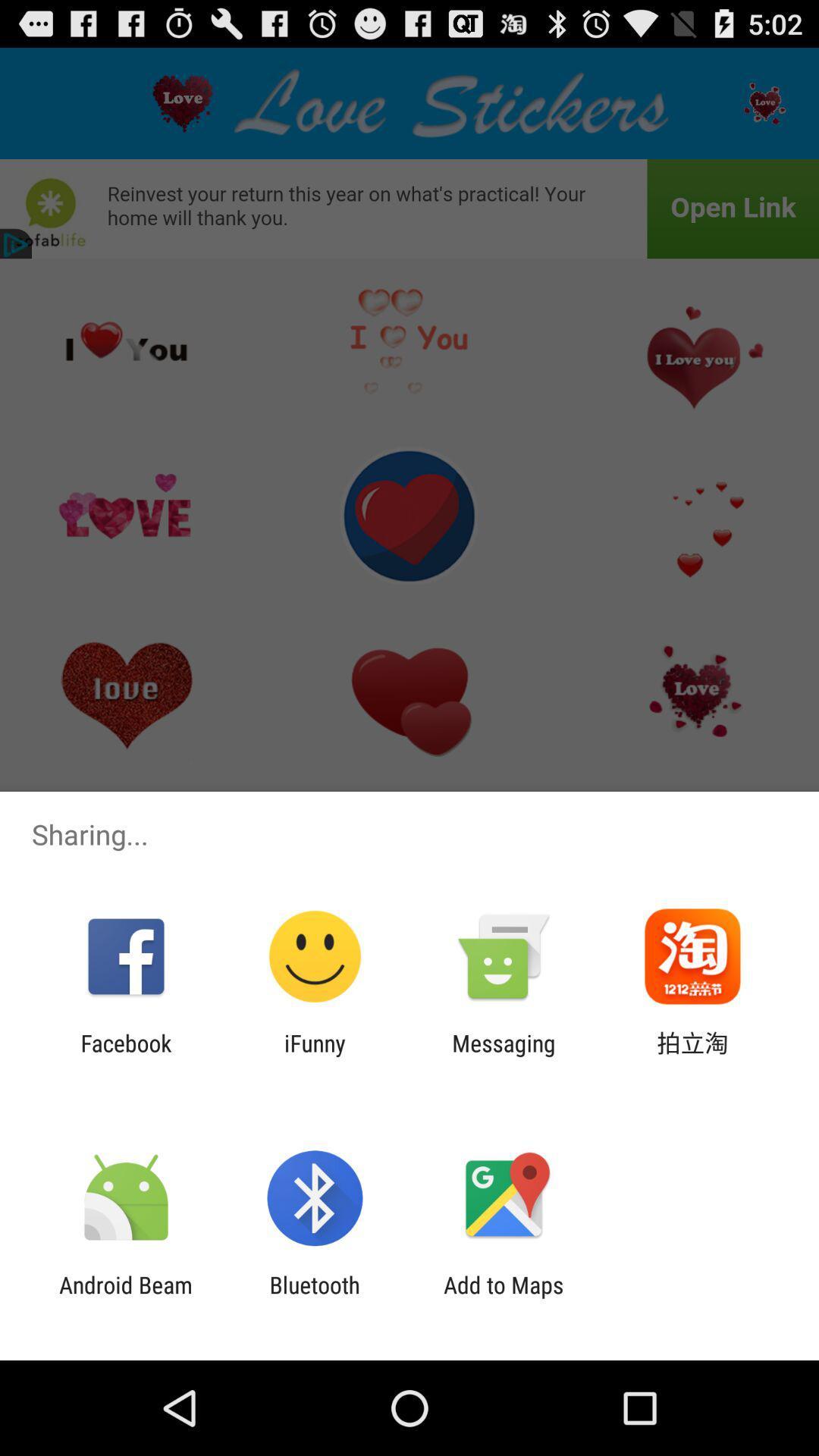 The width and height of the screenshot is (819, 1456). I want to click on the ifunny, so click(314, 1056).